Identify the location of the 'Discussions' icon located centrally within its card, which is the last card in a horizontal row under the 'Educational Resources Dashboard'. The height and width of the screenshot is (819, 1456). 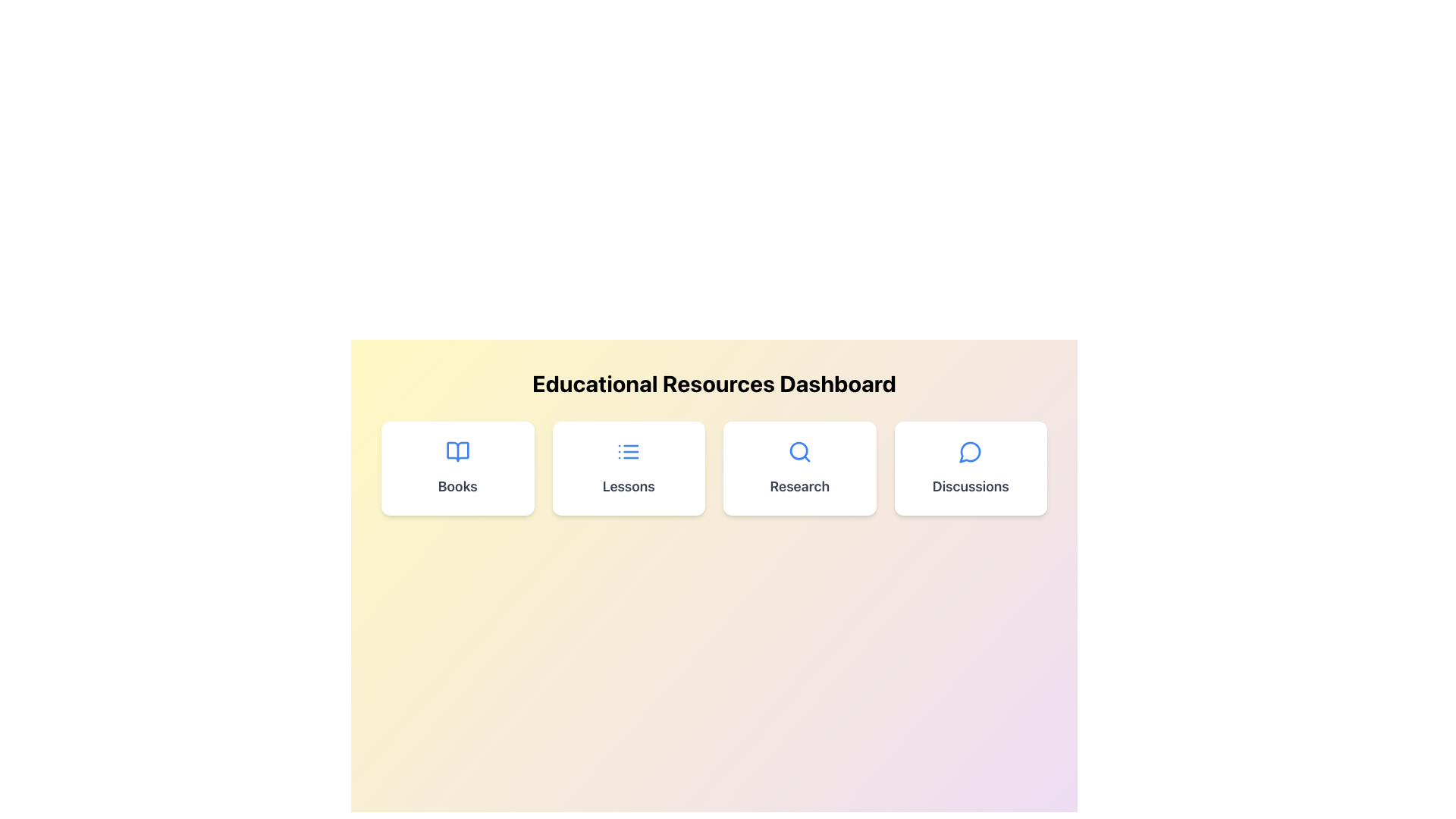
(971, 451).